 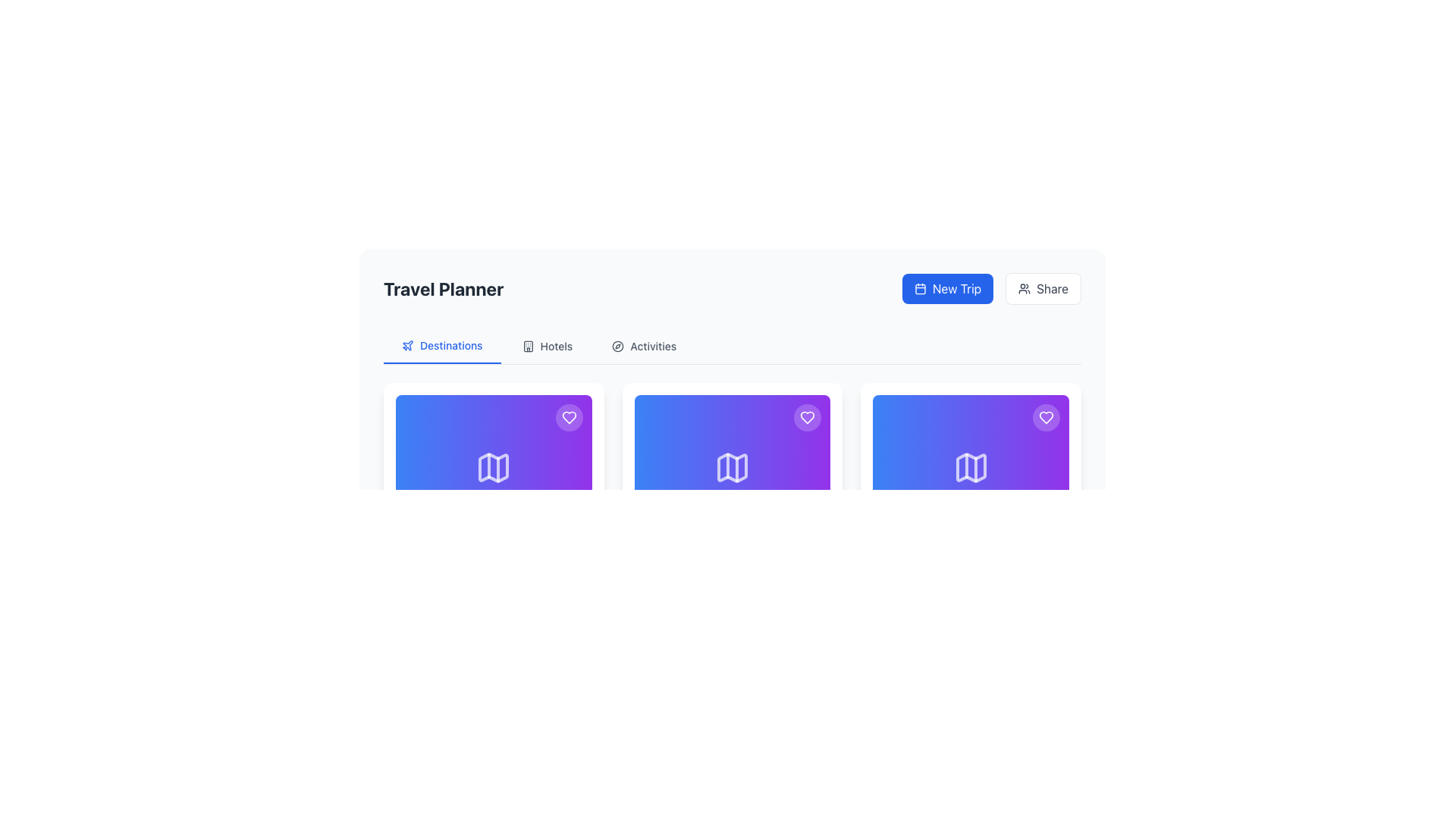 I want to click on the 'Activities' hyperlink with a compass icon in the navigation menu, so click(x=644, y=346).